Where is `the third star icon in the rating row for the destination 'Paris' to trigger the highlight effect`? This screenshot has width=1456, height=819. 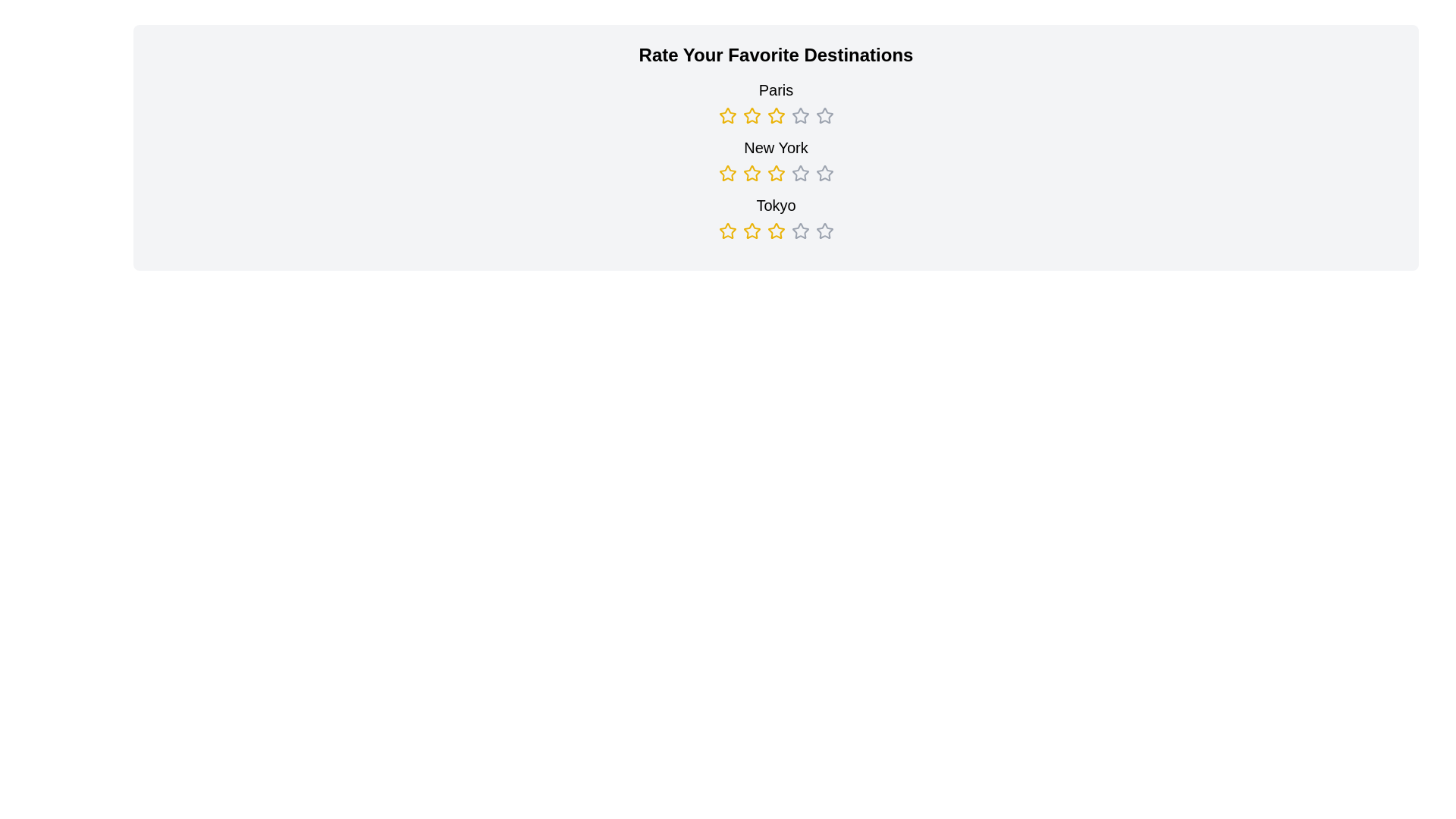 the third star icon in the rating row for the destination 'Paris' to trigger the highlight effect is located at coordinates (776, 115).